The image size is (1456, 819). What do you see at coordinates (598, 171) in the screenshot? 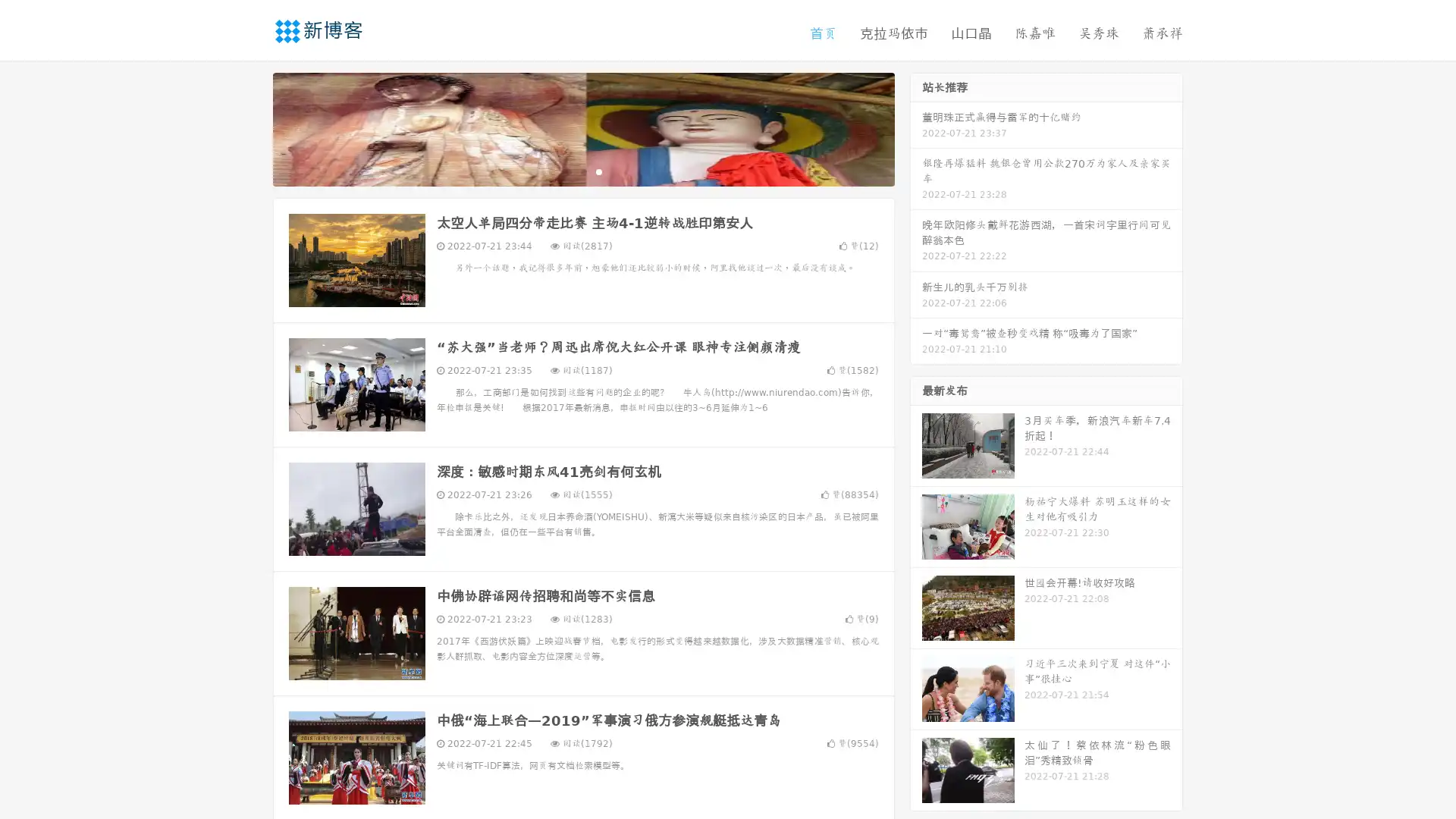
I see `Go to slide 3` at bounding box center [598, 171].